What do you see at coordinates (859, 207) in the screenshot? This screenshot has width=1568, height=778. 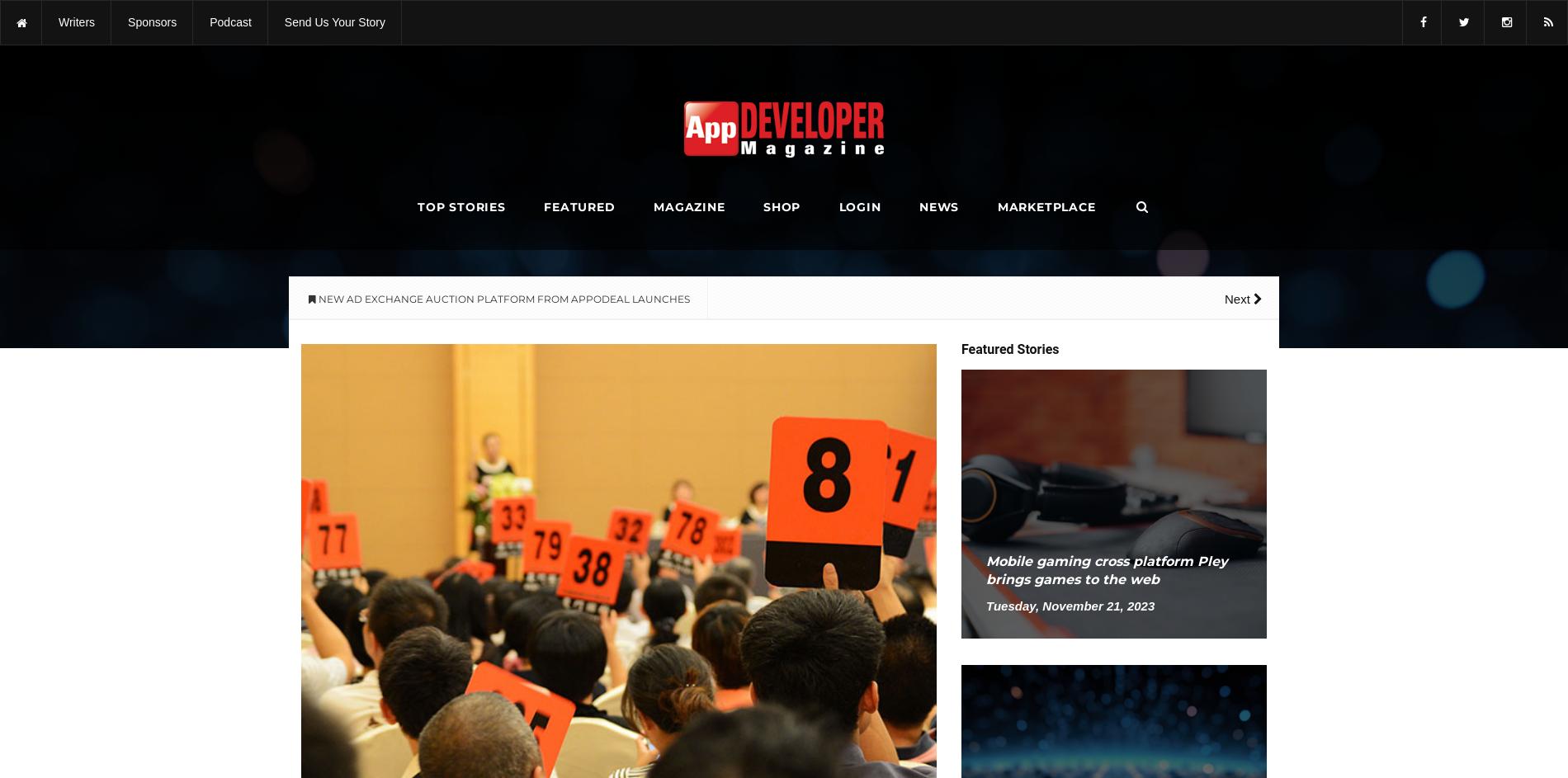 I see `'Login'` at bounding box center [859, 207].